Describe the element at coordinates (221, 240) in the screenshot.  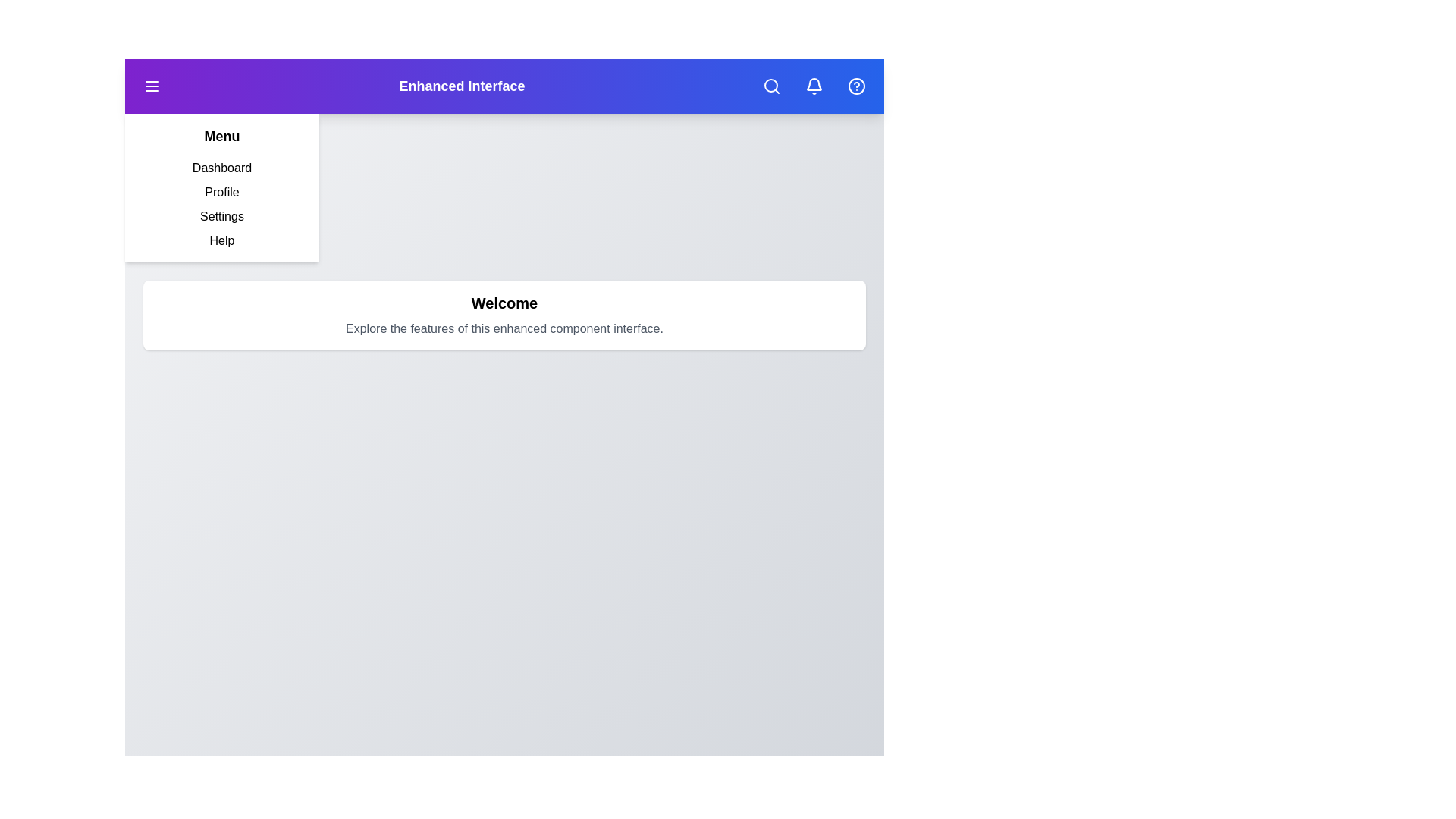
I see `the menu item Help from the sidebar` at that location.